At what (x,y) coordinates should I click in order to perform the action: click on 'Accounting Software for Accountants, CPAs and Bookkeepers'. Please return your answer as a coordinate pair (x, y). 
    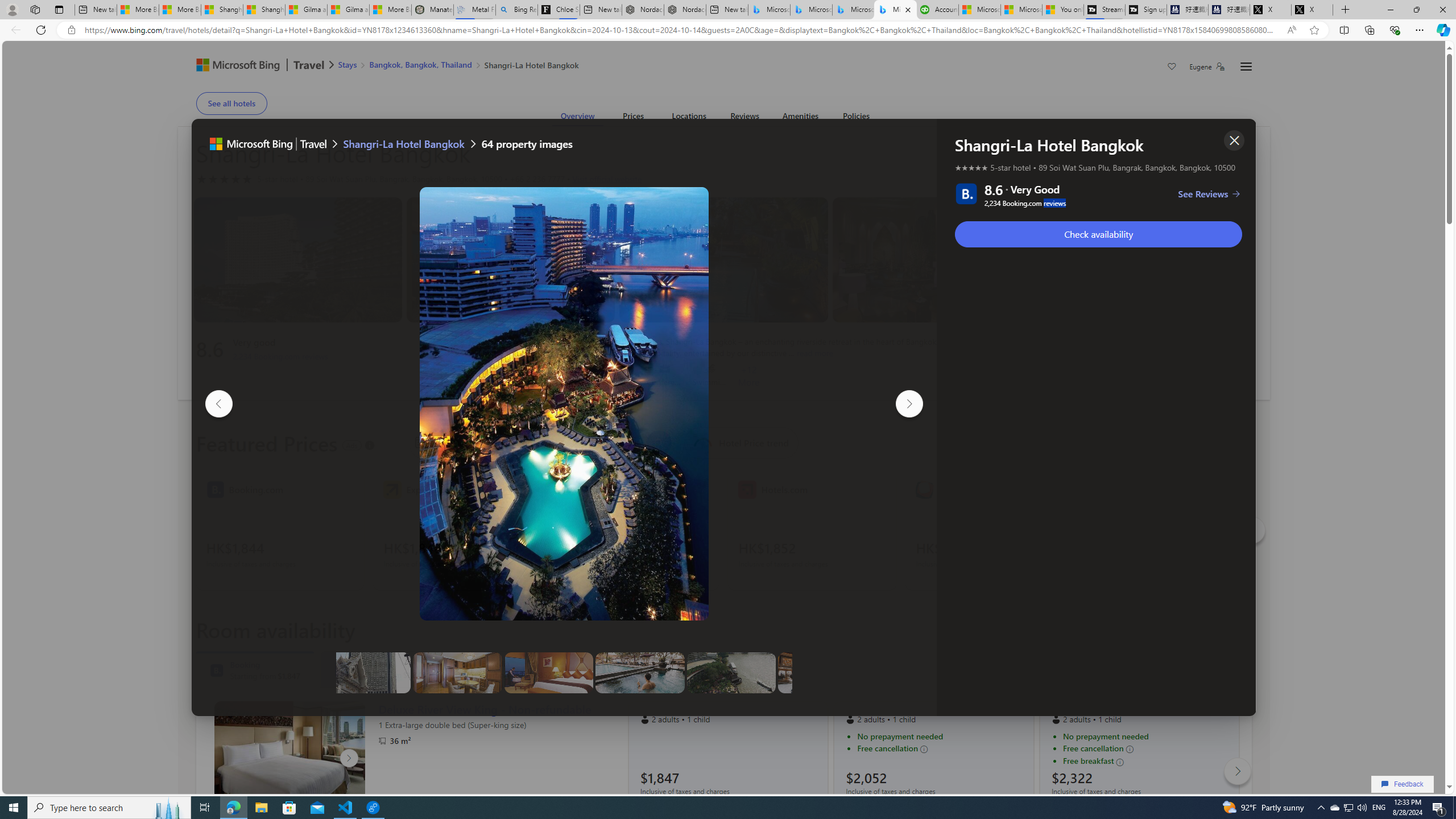
    Looking at the image, I should click on (937, 9).